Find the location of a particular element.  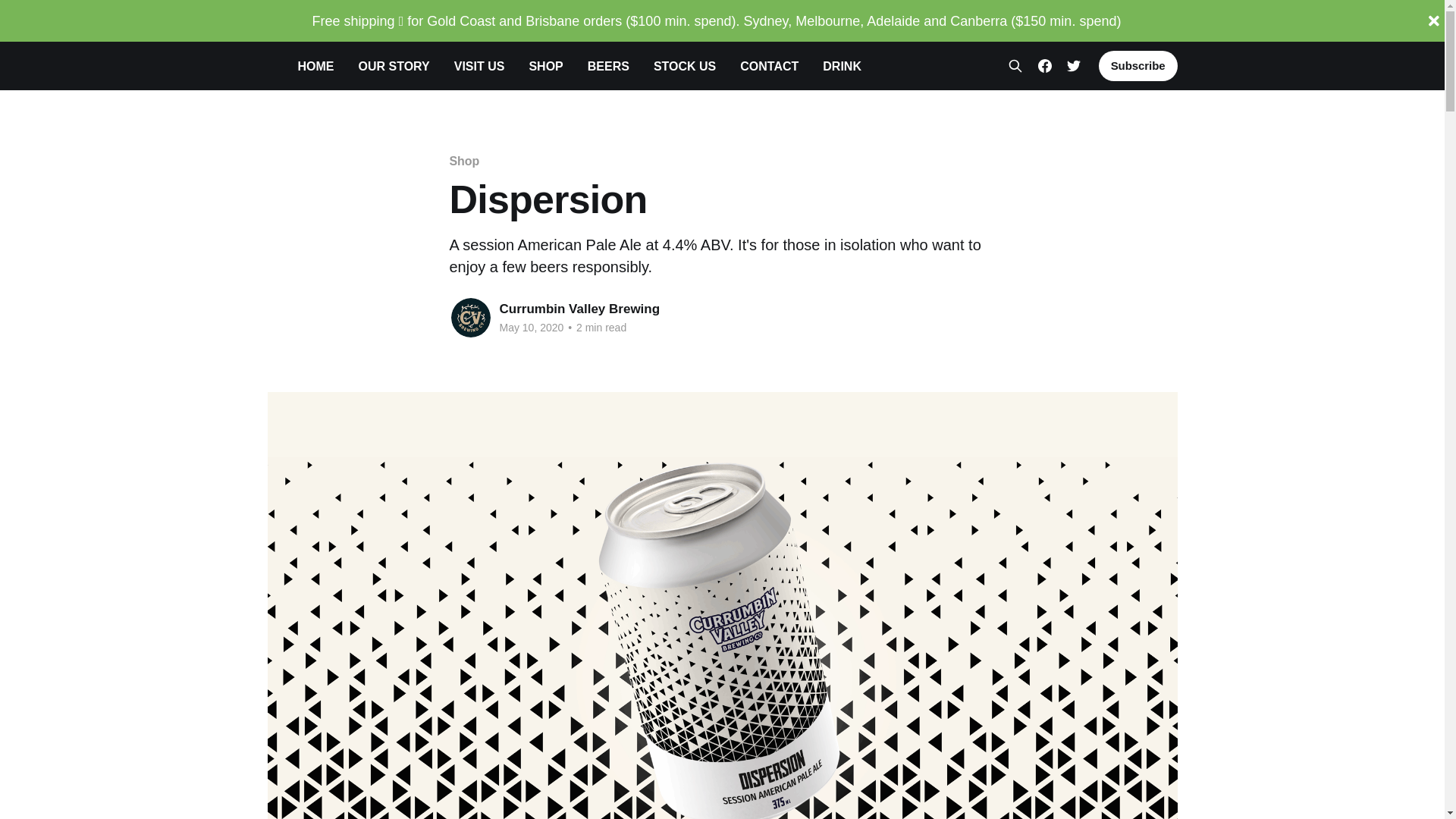

'STOCK US' is located at coordinates (683, 65).